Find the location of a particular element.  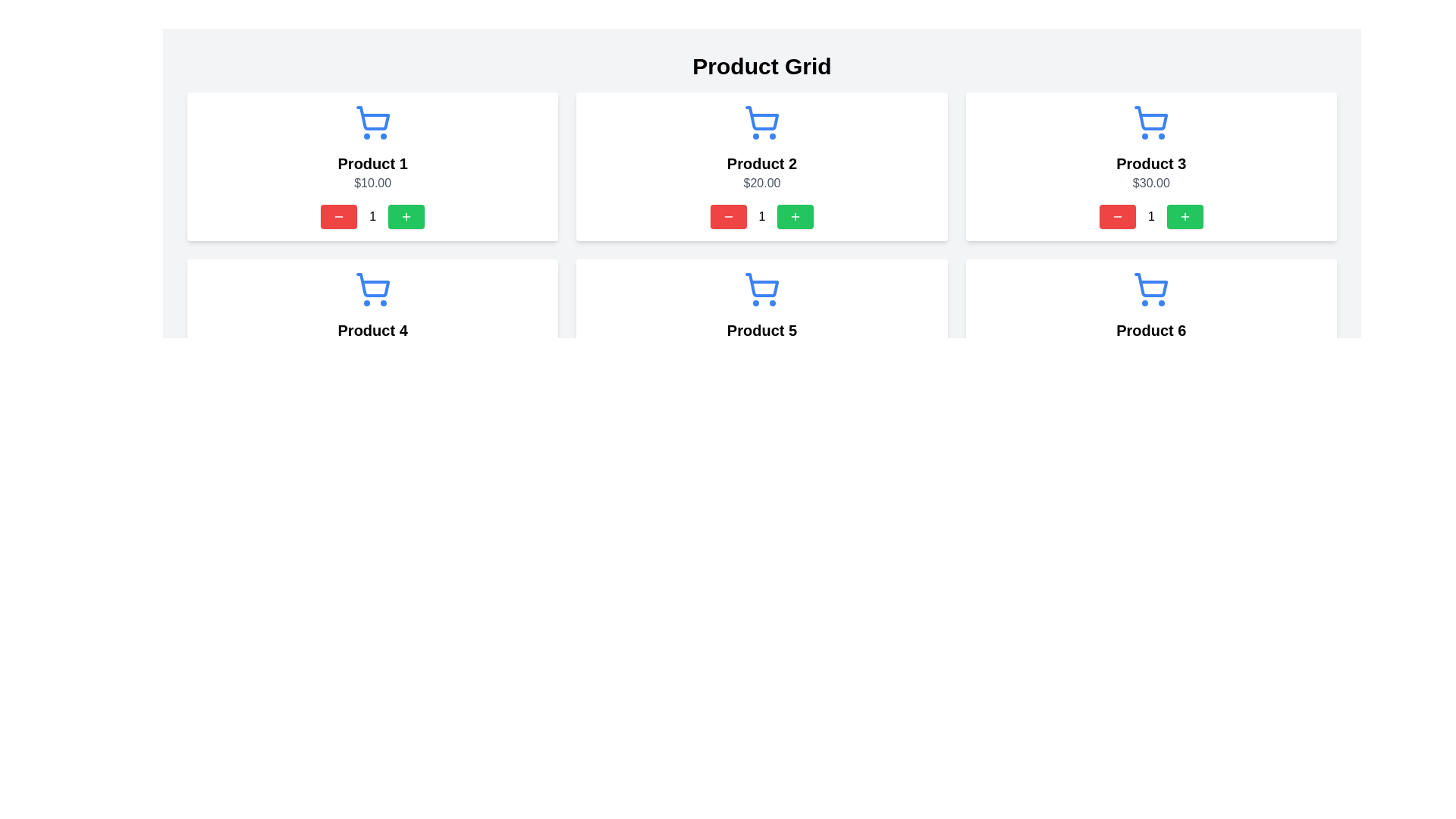

text label displaying '$20.00' located below the title 'Product 2' in the second product card is located at coordinates (761, 183).